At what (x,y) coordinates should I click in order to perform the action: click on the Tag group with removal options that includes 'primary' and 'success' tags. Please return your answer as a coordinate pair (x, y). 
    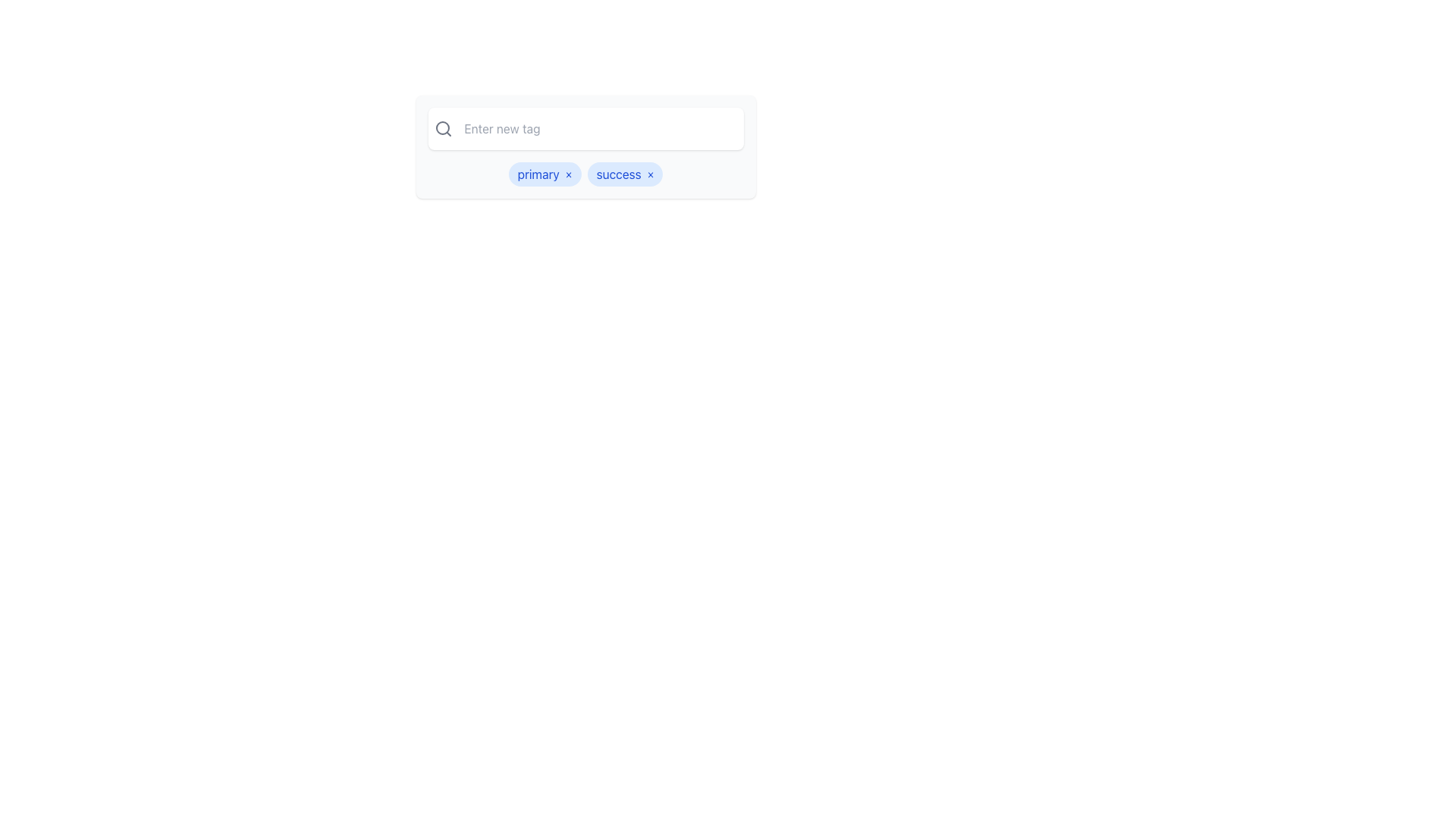
    Looking at the image, I should click on (585, 174).